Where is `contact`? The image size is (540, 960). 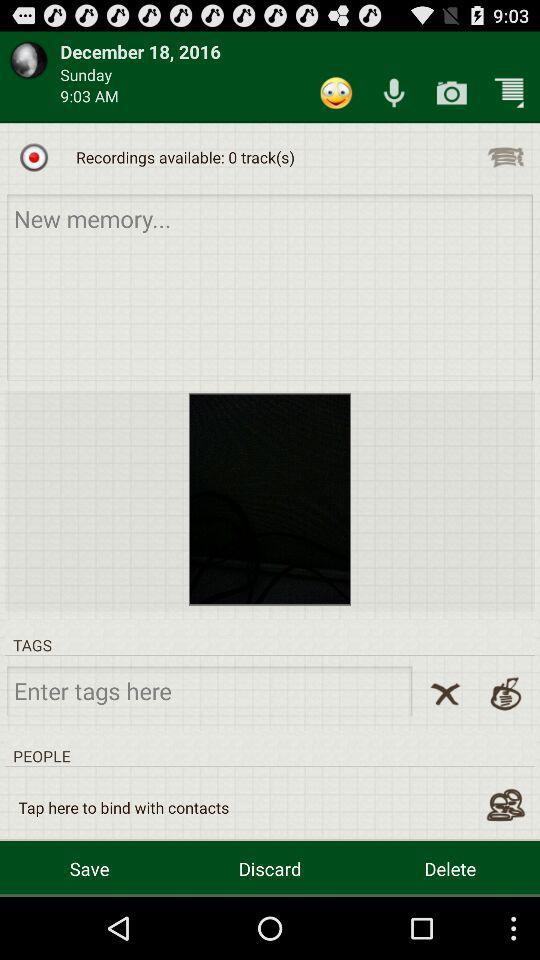 contact is located at coordinates (504, 805).